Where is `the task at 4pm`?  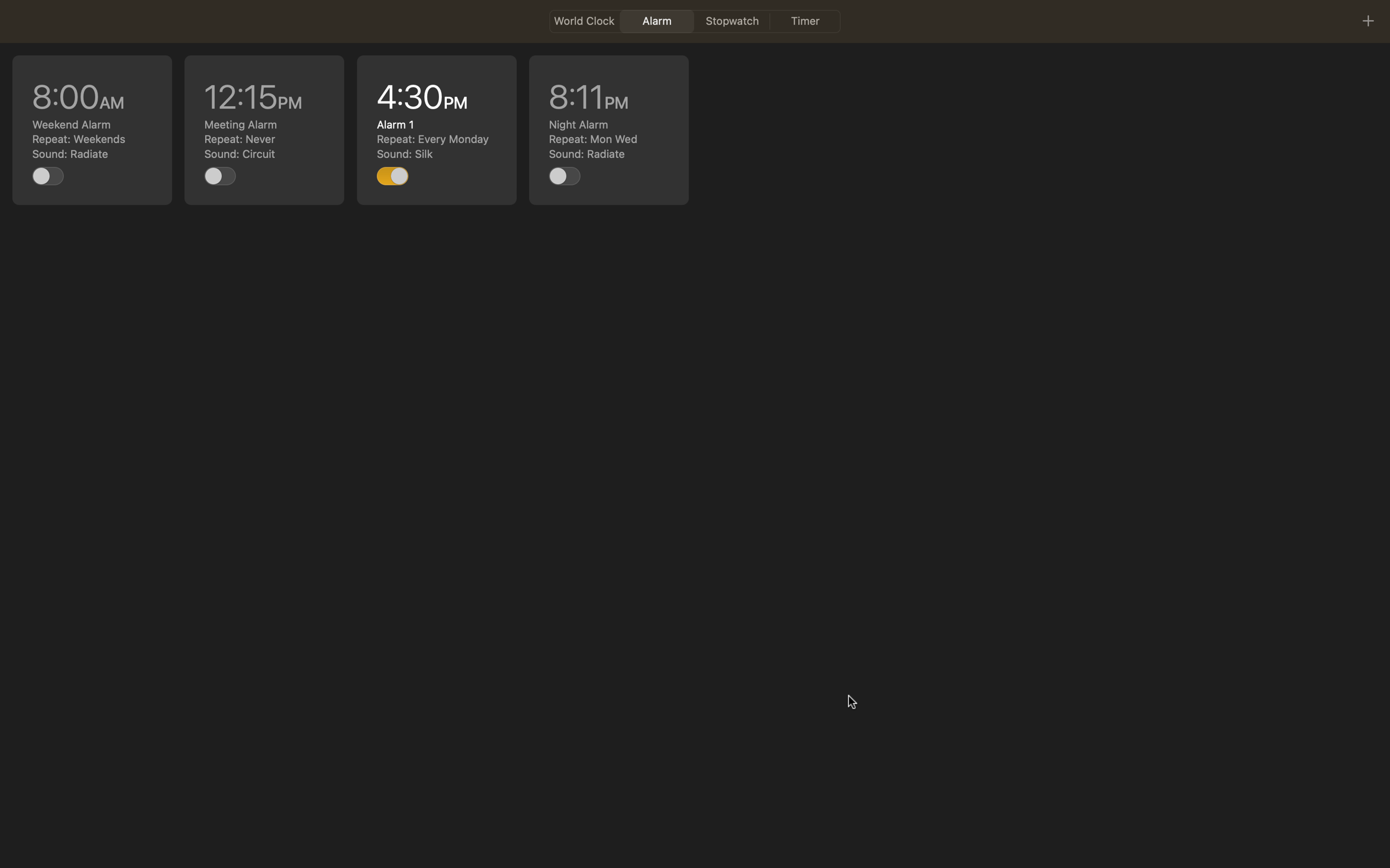 the task at 4pm is located at coordinates (393, 174).